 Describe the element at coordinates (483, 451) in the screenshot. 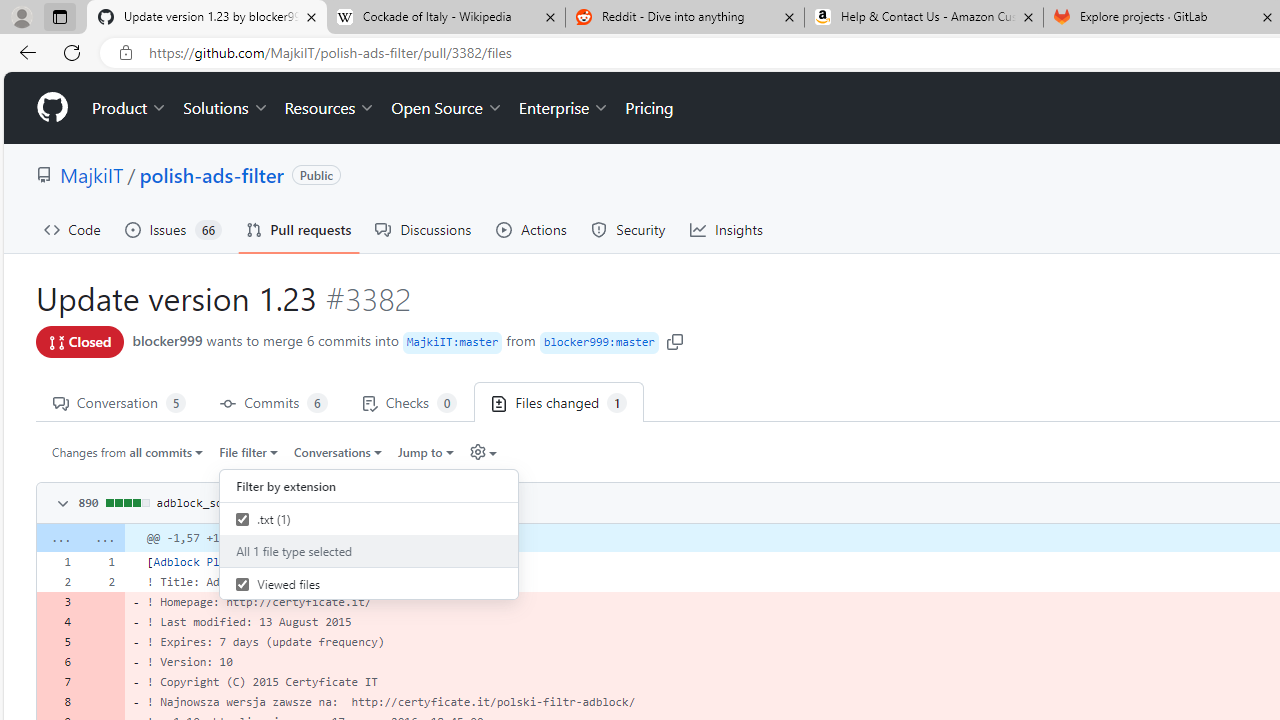

I see `'Diff settings'` at that location.